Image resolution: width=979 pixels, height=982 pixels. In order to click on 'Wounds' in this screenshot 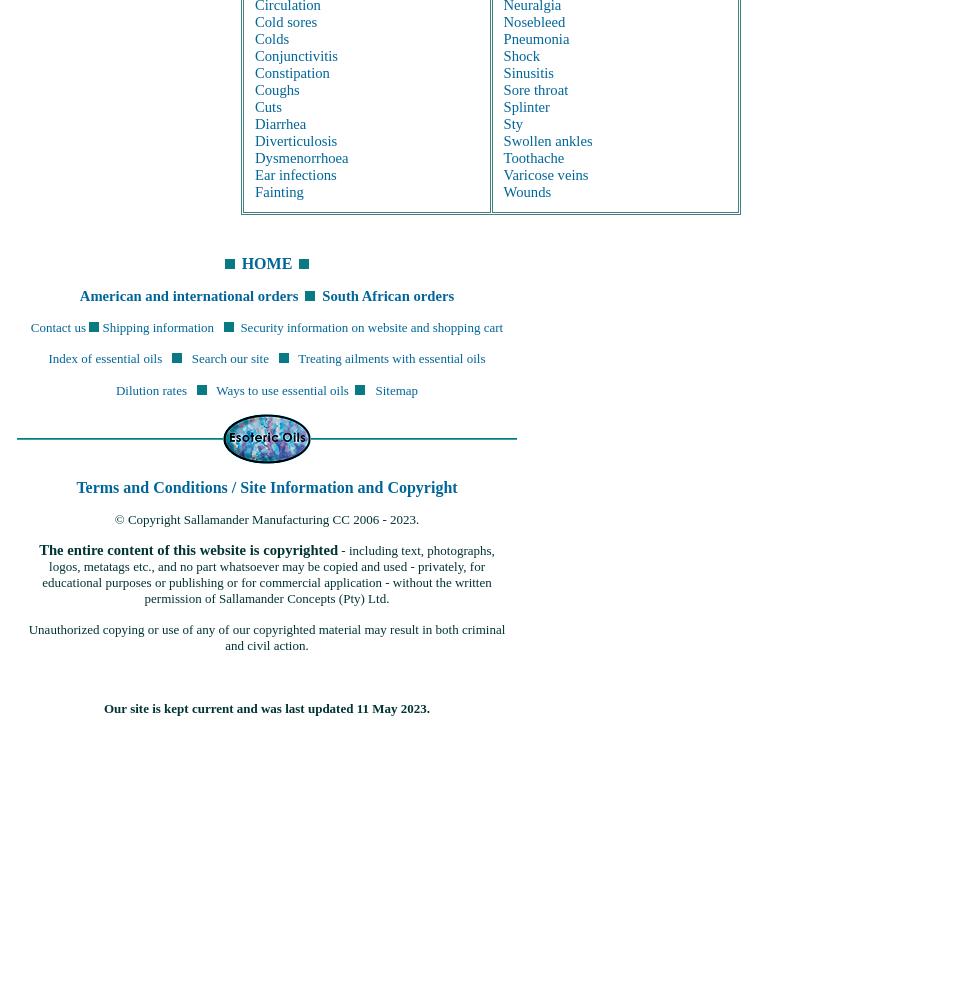, I will do `click(525, 189)`.